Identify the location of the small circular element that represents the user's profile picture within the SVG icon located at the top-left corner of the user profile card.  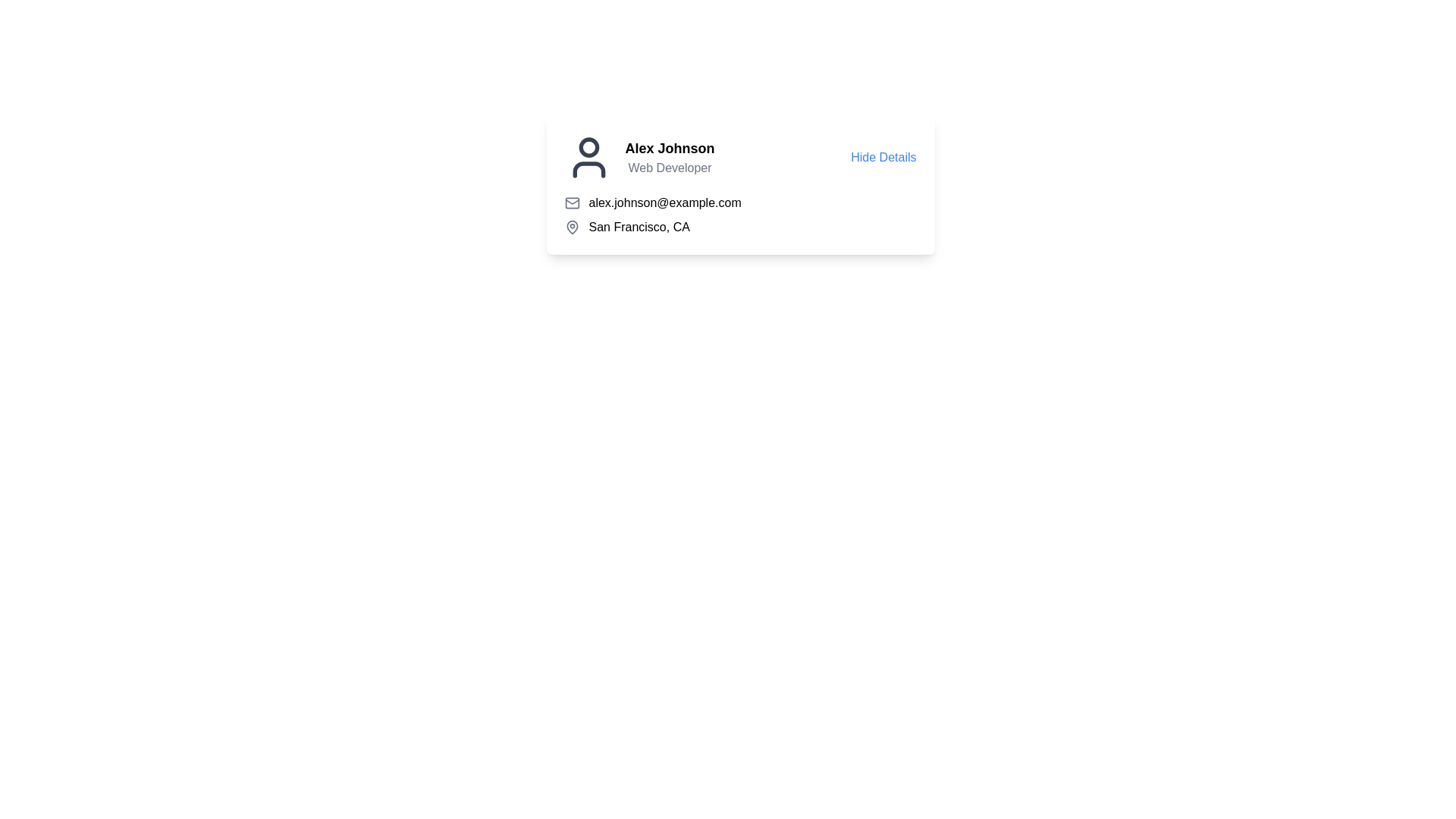
(588, 147).